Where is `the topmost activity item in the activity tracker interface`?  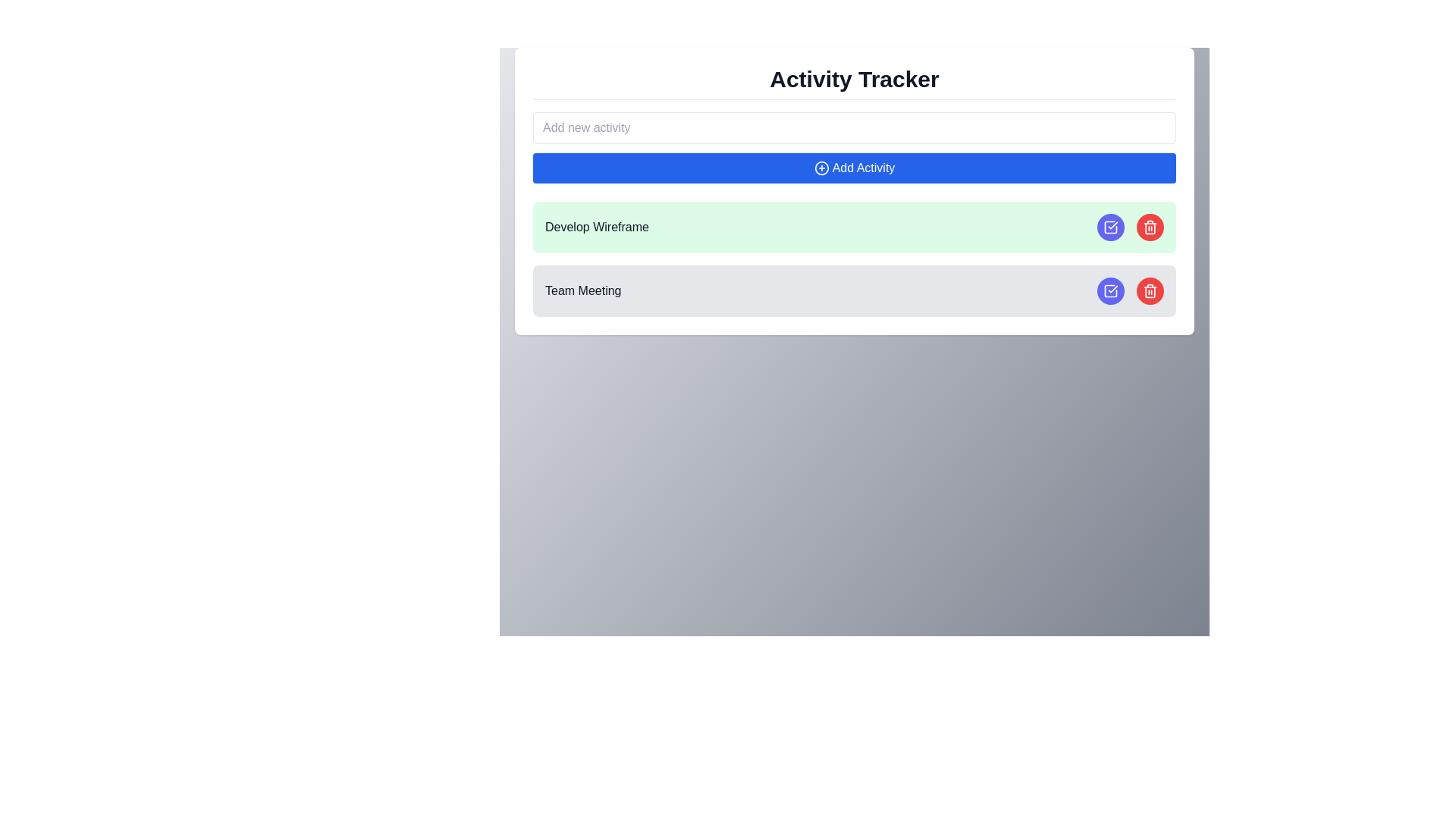 the topmost activity item in the activity tracker interface is located at coordinates (855, 227).